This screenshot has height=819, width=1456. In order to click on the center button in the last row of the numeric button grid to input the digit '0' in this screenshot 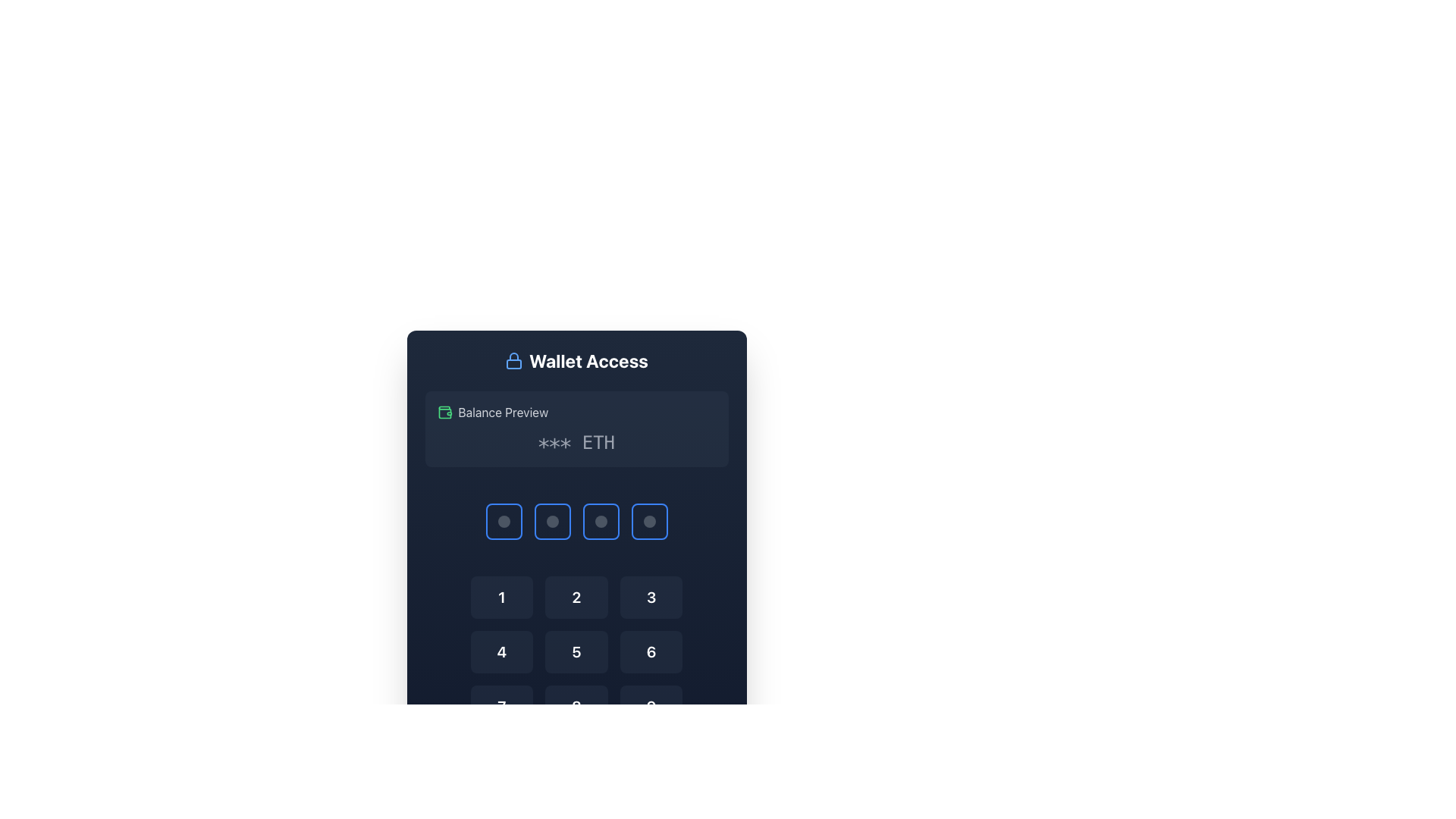, I will do `click(576, 761)`.